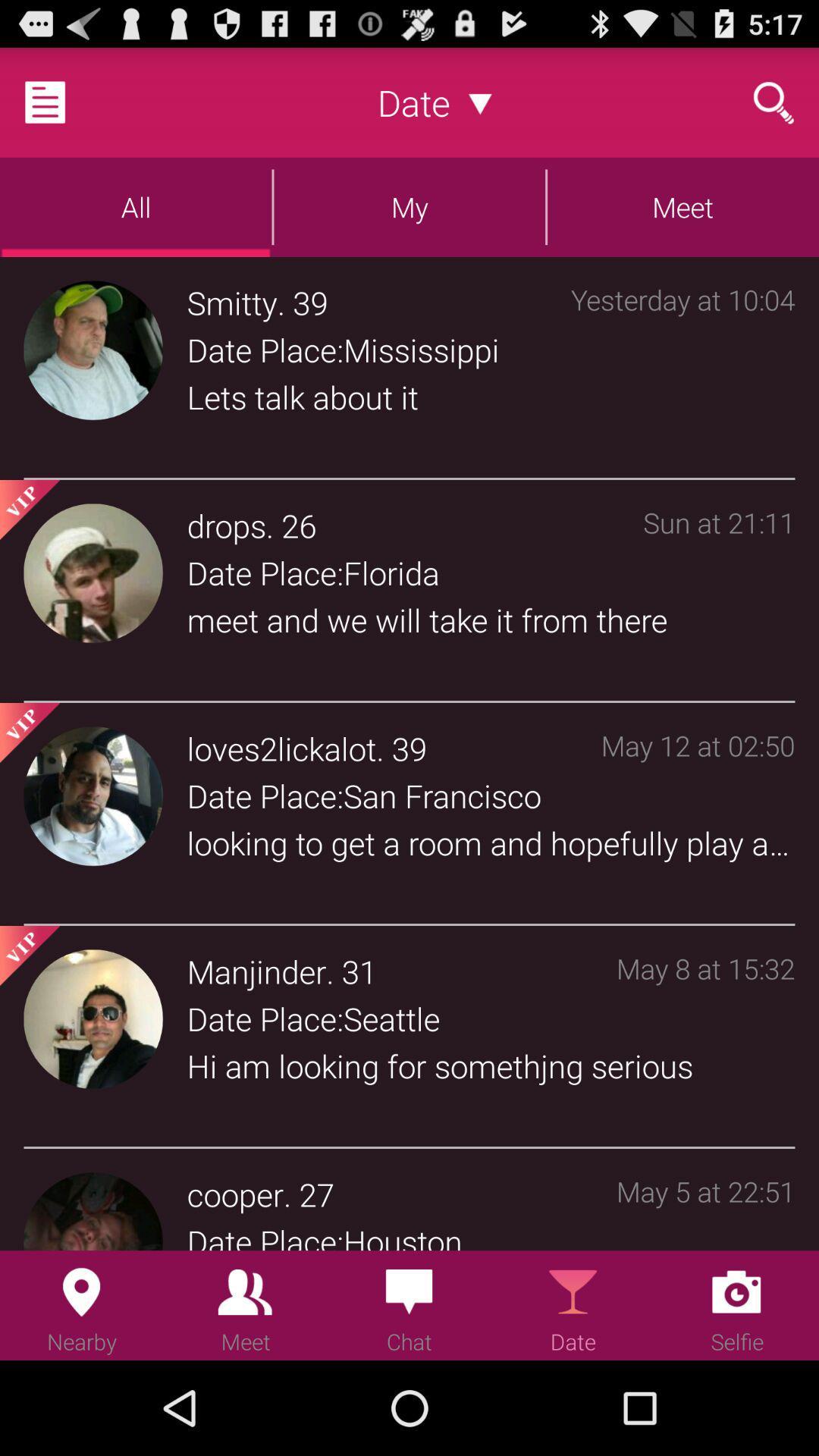  What do you see at coordinates (235, 1193) in the screenshot?
I see `the item to the left of .  icon` at bounding box center [235, 1193].